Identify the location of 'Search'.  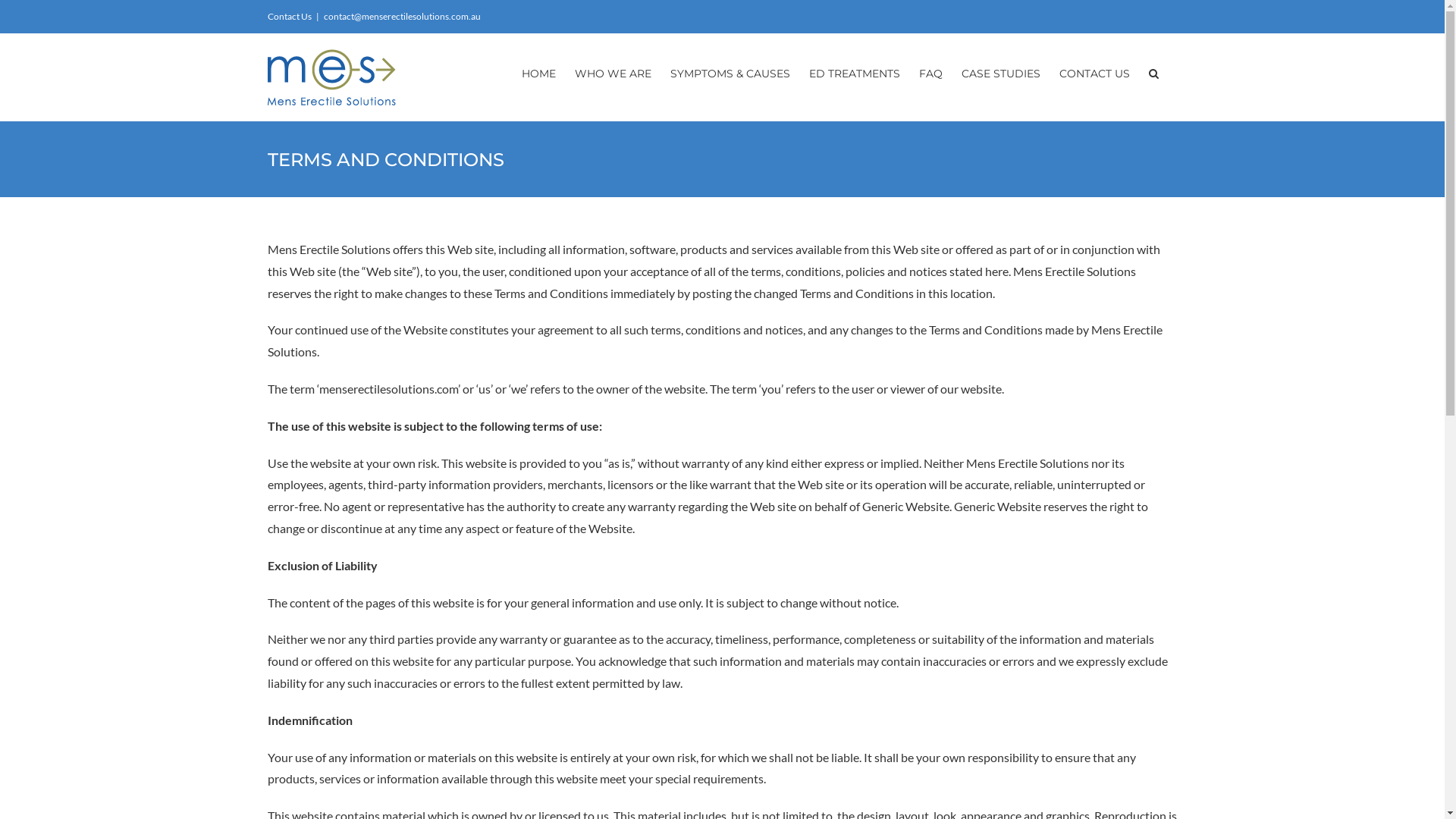
(1153, 73).